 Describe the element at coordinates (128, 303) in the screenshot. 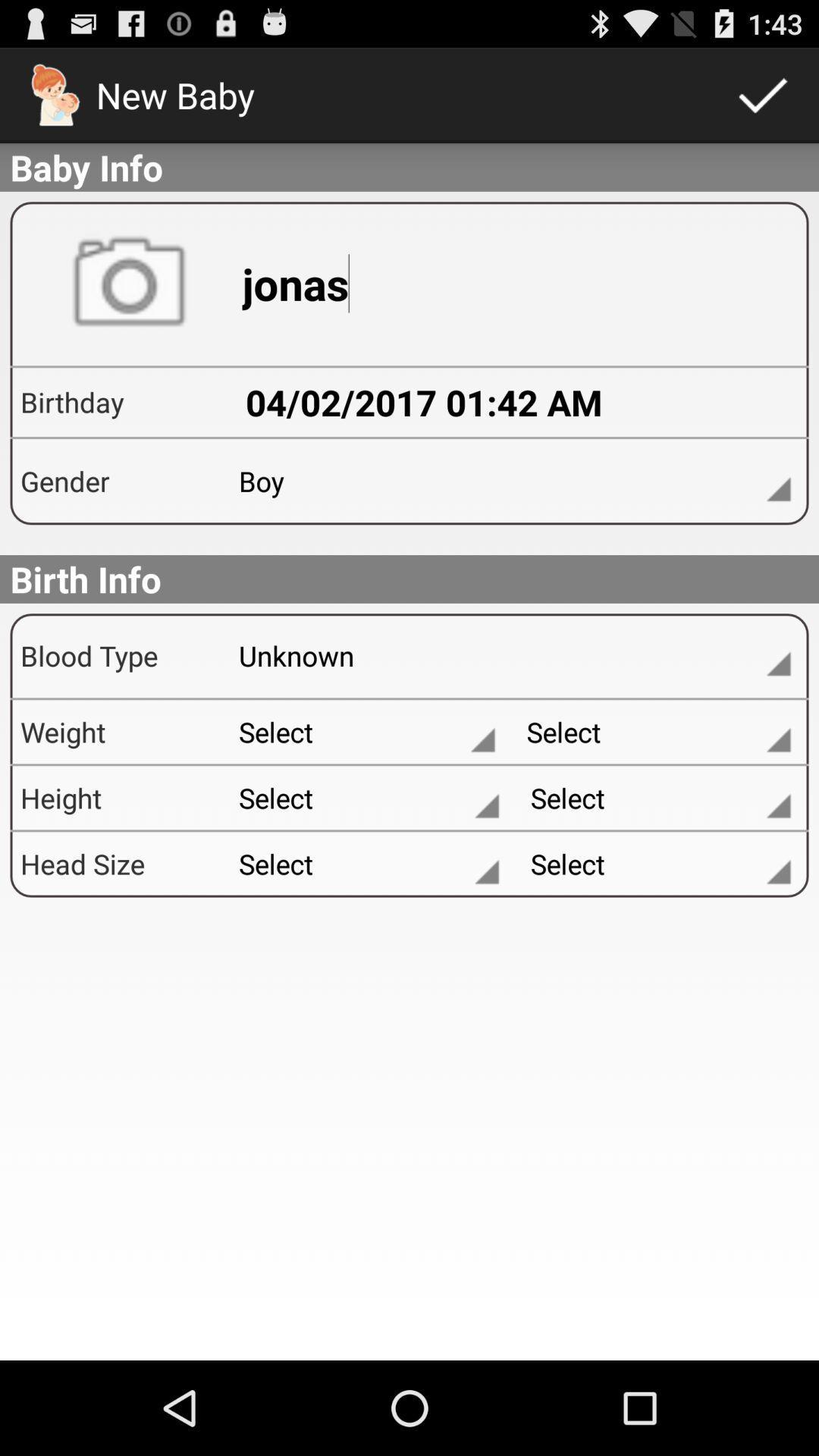

I see `the photo icon` at that location.